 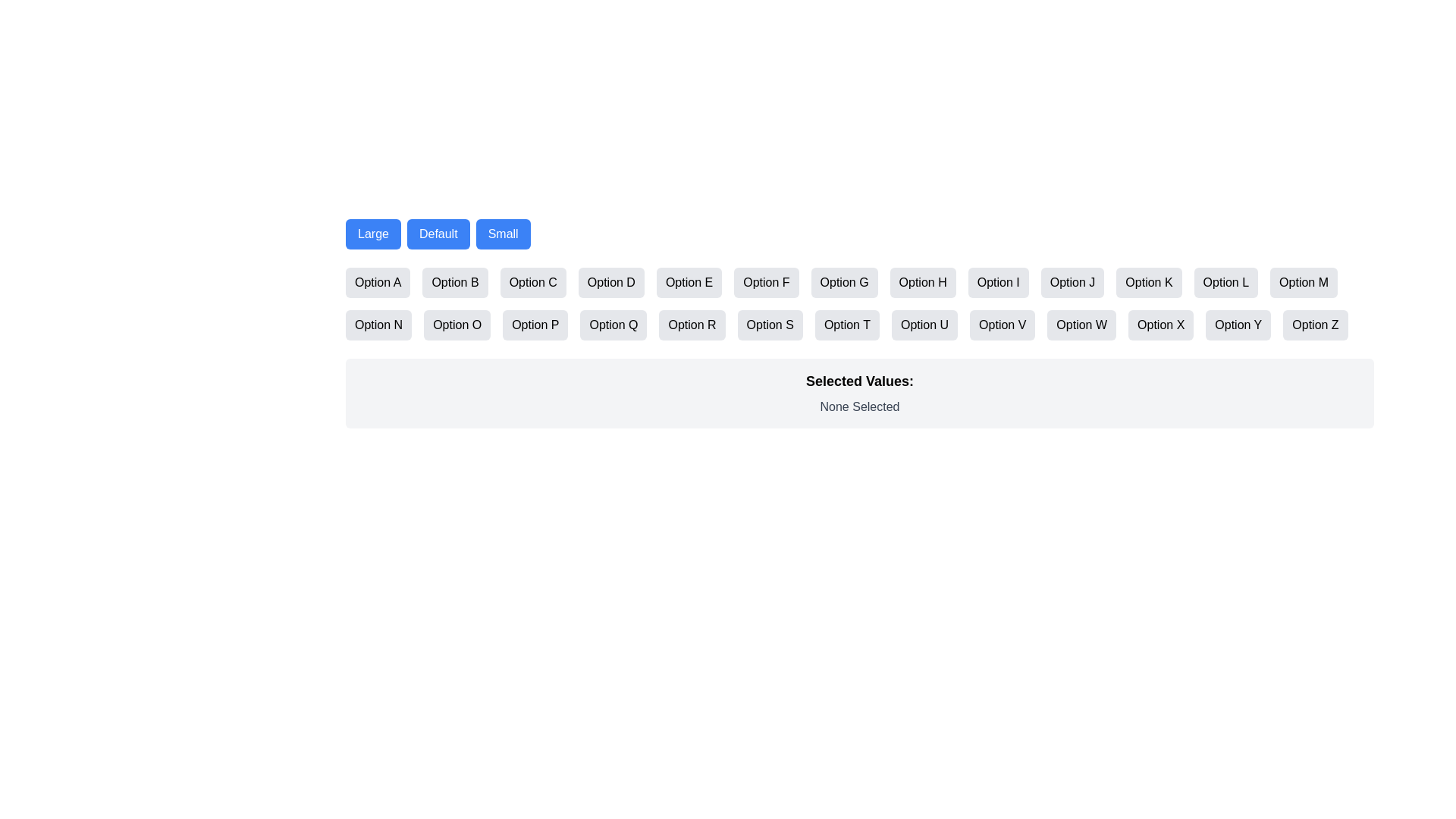 I want to click on the button labeled 'Option D', which is a rounded rectangular button with a light gray background and black text, so click(x=611, y=283).